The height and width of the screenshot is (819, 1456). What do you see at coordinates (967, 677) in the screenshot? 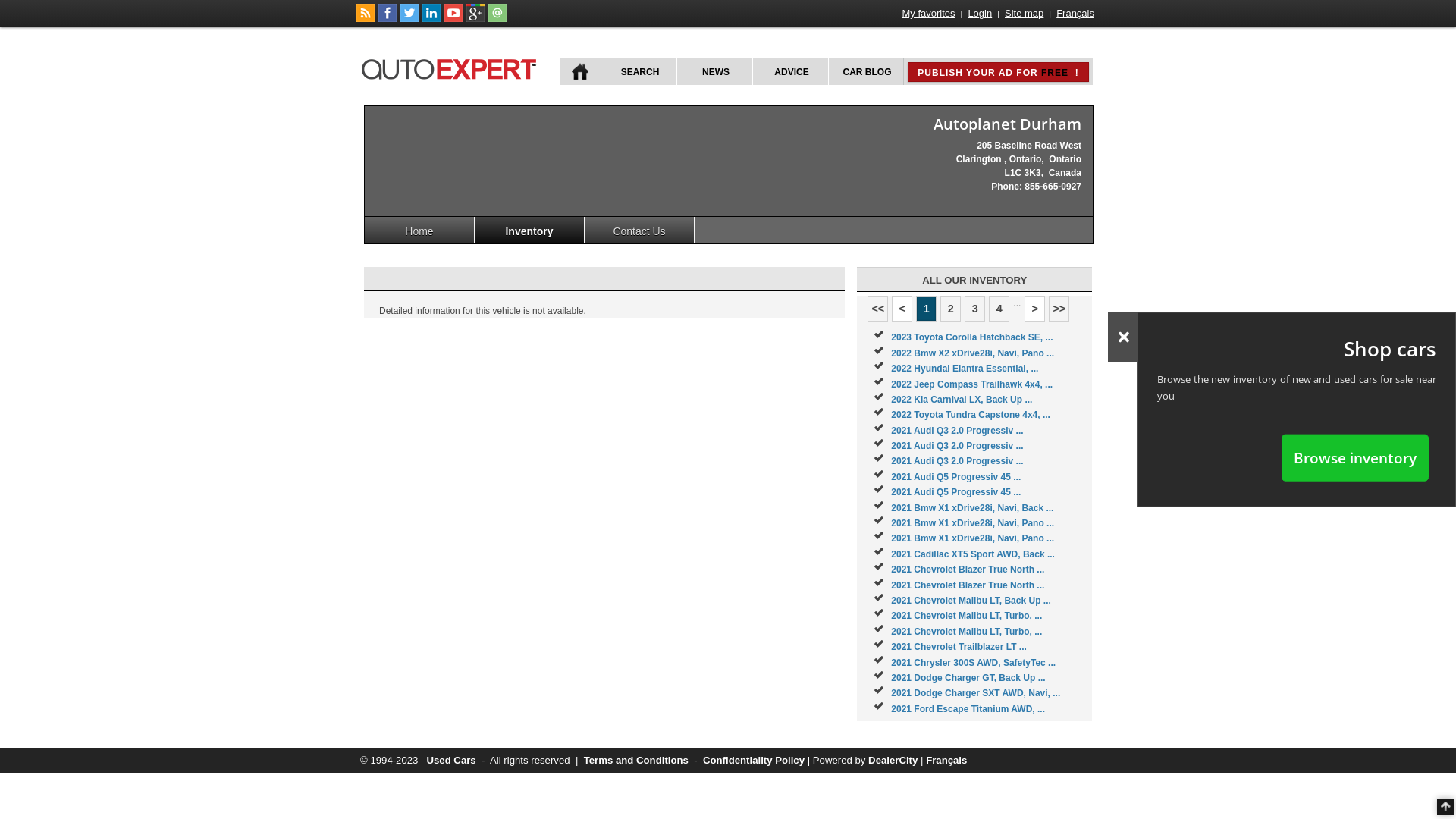
I see `'2021 Dodge Charger GT, Back Up ...'` at bounding box center [967, 677].